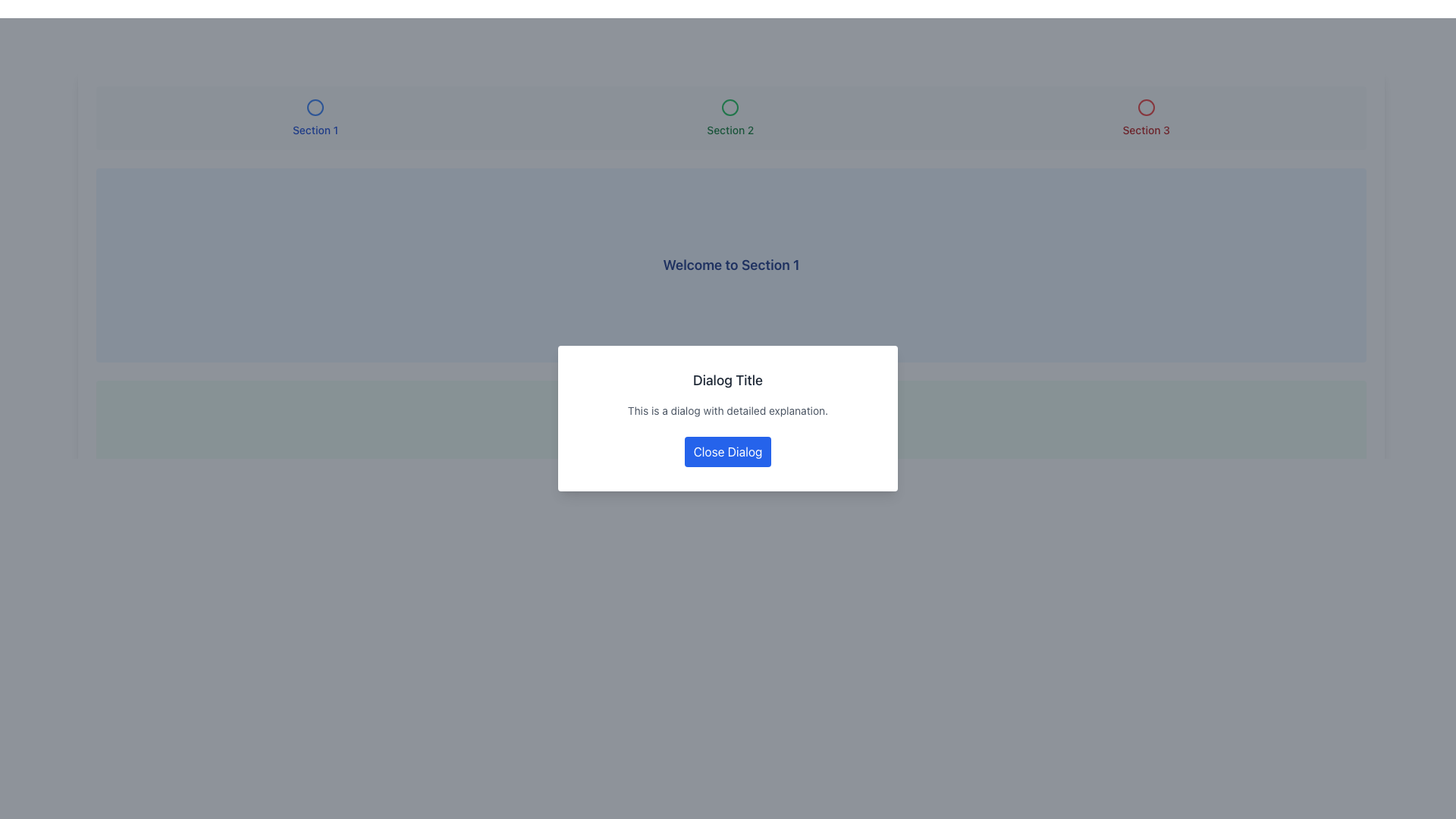 The height and width of the screenshot is (819, 1456). What do you see at coordinates (728, 411) in the screenshot?
I see `the text label that says 'This is a dialog with detailed explanation.' which is located in the center of the dialog box, between the title 'Dialog Title' and the 'Close Dialog' button` at bounding box center [728, 411].